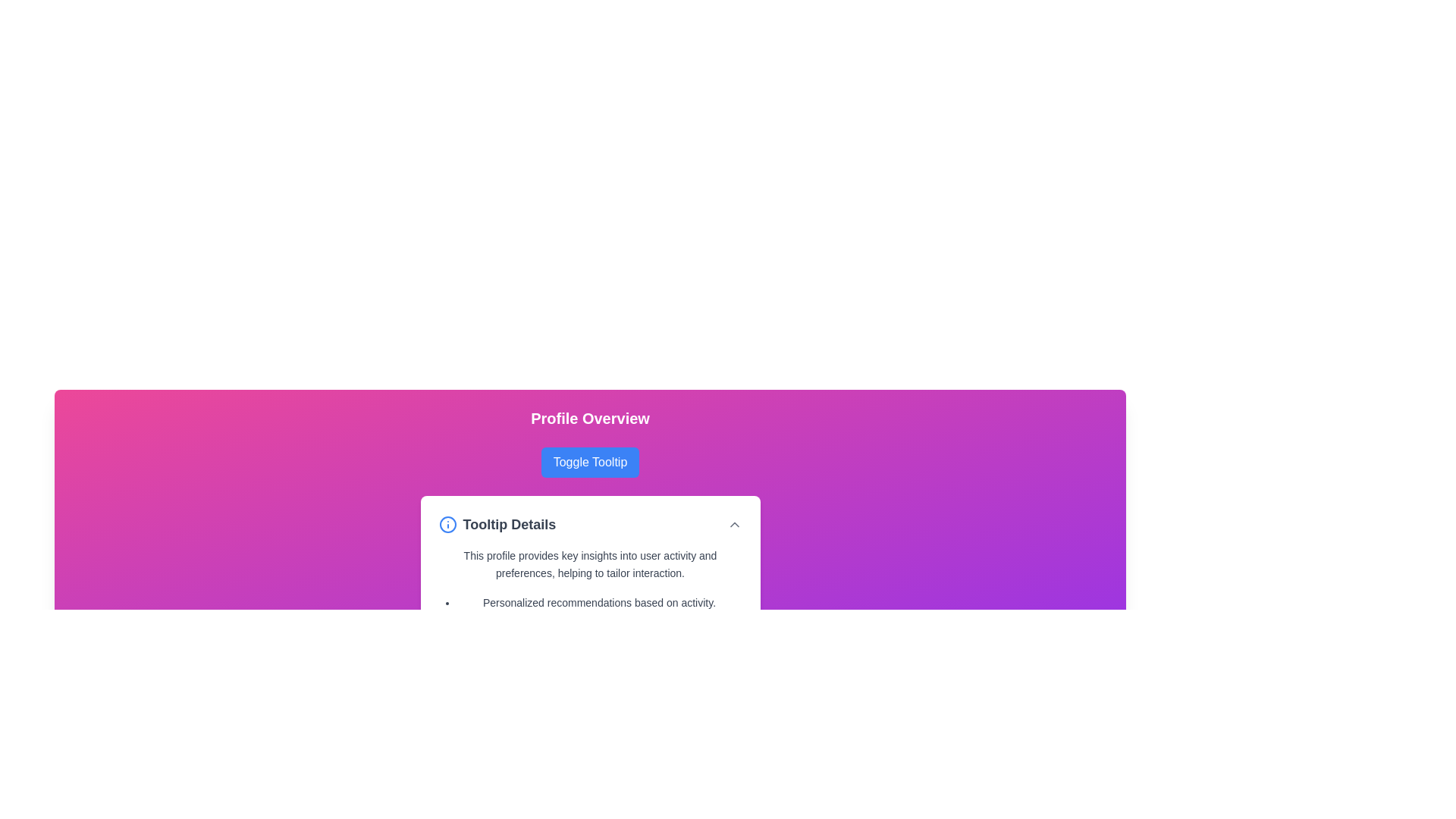  What do you see at coordinates (497, 523) in the screenshot?
I see `the Label and Icon Combination containing the circular info symbol with a blue outline and the text 'Tooltip Details', located under the 'Profile Overview' heading` at bounding box center [497, 523].